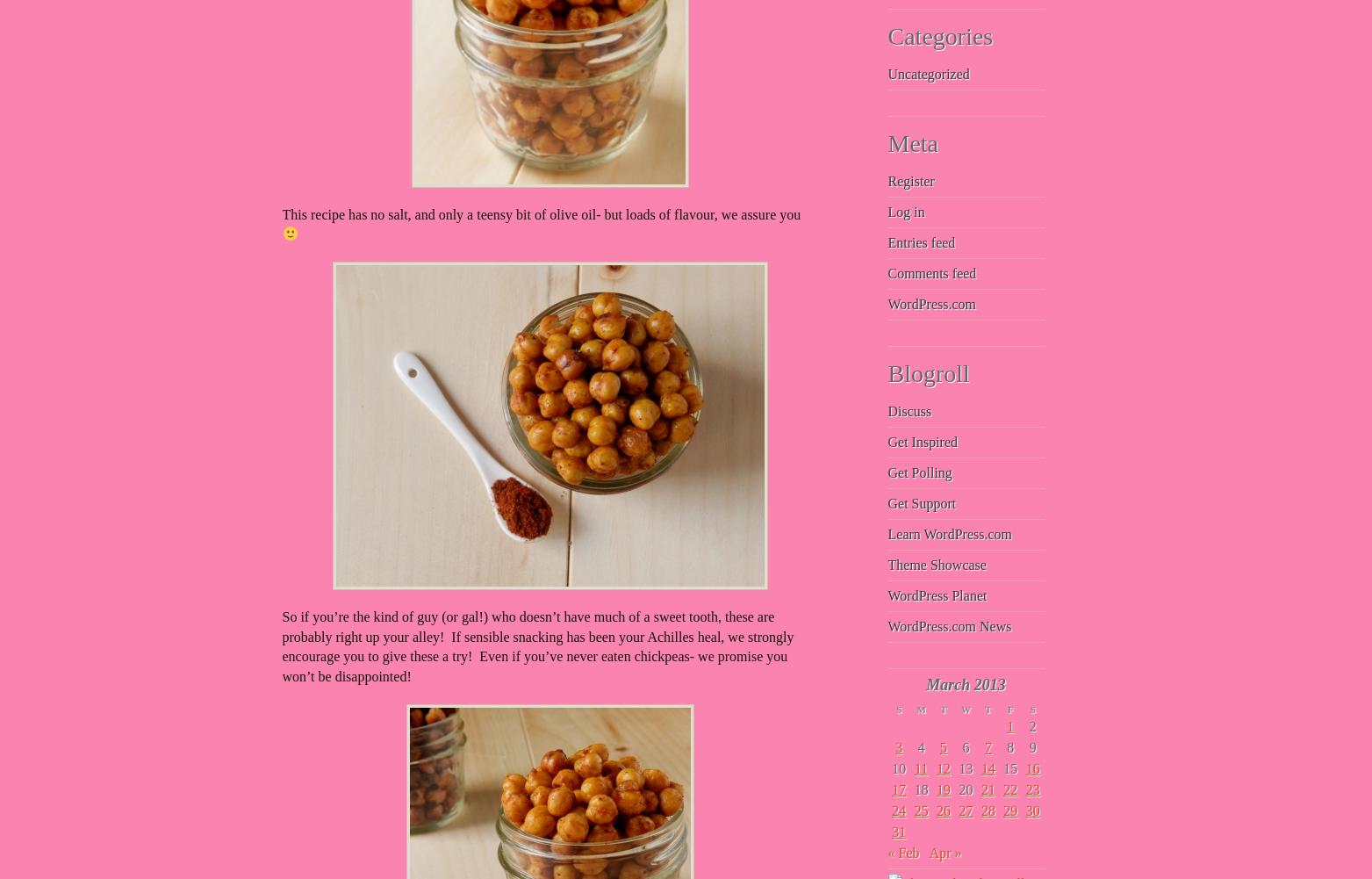 The image size is (1372, 879). What do you see at coordinates (1009, 746) in the screenshot?
I see `'8'` at bounding box center [1009, 746].